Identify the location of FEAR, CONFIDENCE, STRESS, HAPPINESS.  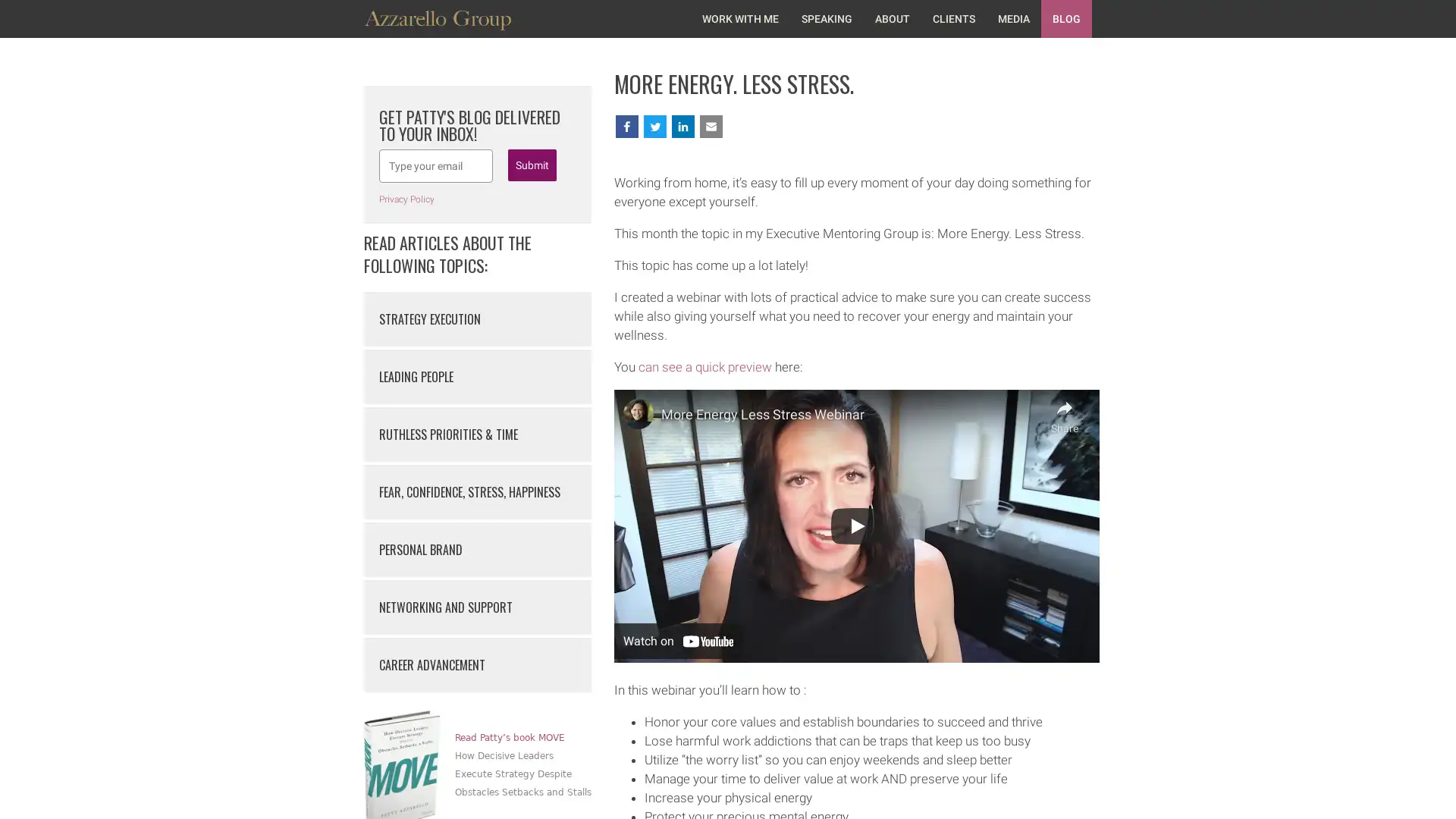
(476, 491).